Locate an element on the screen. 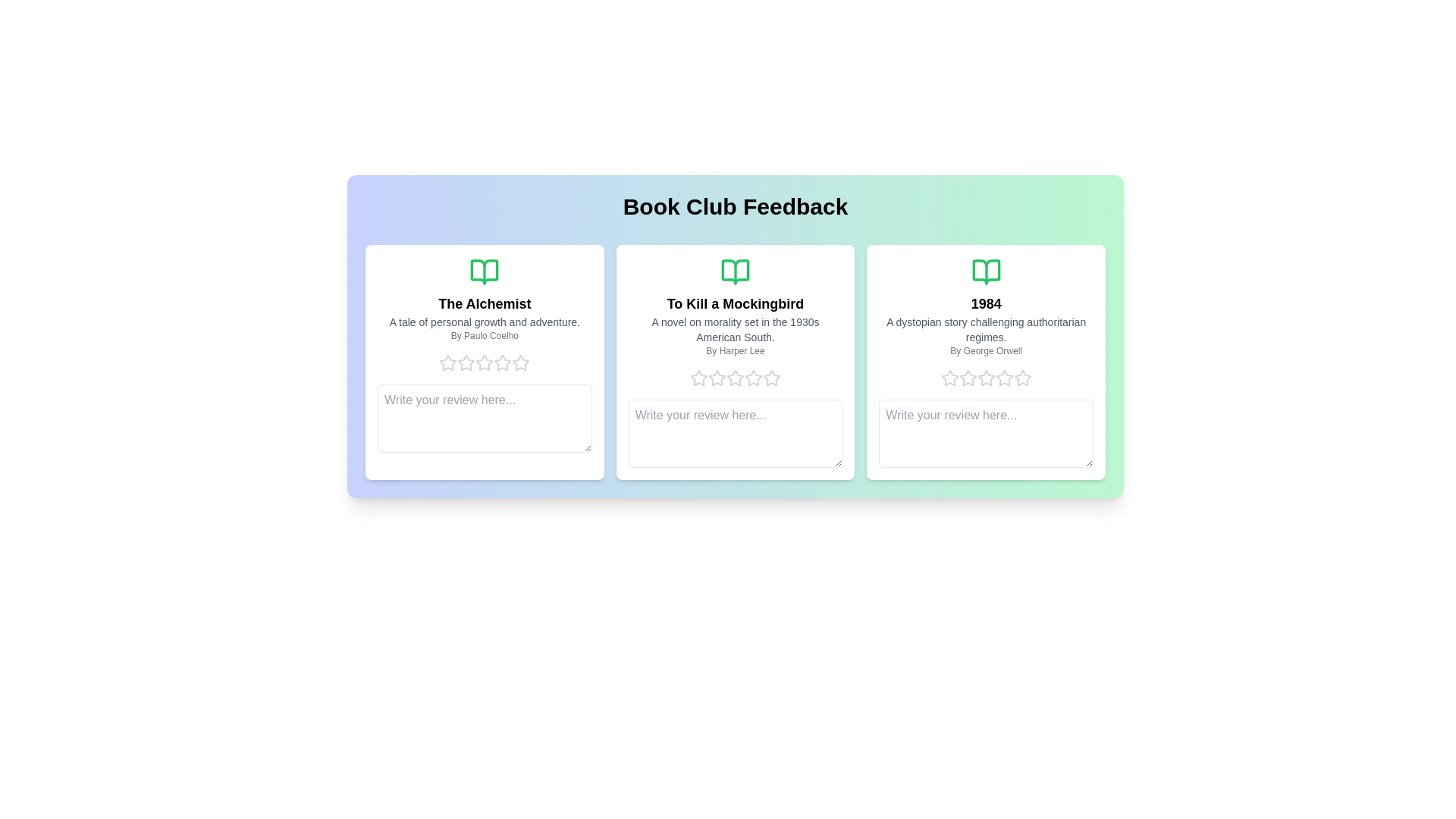 This screenshot has height=819, width=1456. the fourth star in the rating system for the book 'The Alchemist' is located at coordinates (484, 362).